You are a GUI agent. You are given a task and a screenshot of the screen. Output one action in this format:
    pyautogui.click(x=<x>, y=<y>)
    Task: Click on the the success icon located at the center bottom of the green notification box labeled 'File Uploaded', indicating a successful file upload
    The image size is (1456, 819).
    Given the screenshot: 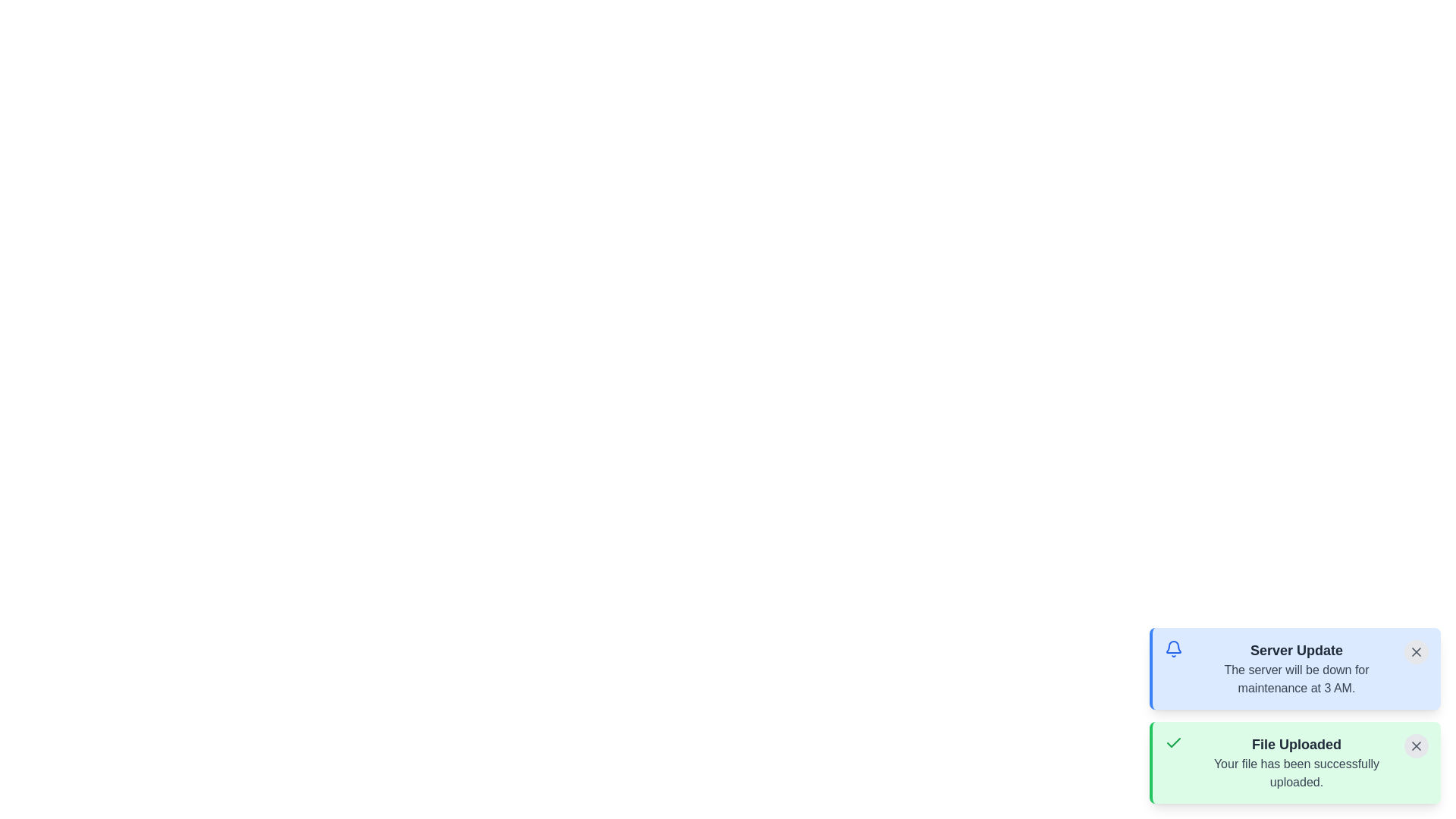 What is the action you would take?
    pyautogui.click(x=1173, y=742)
    